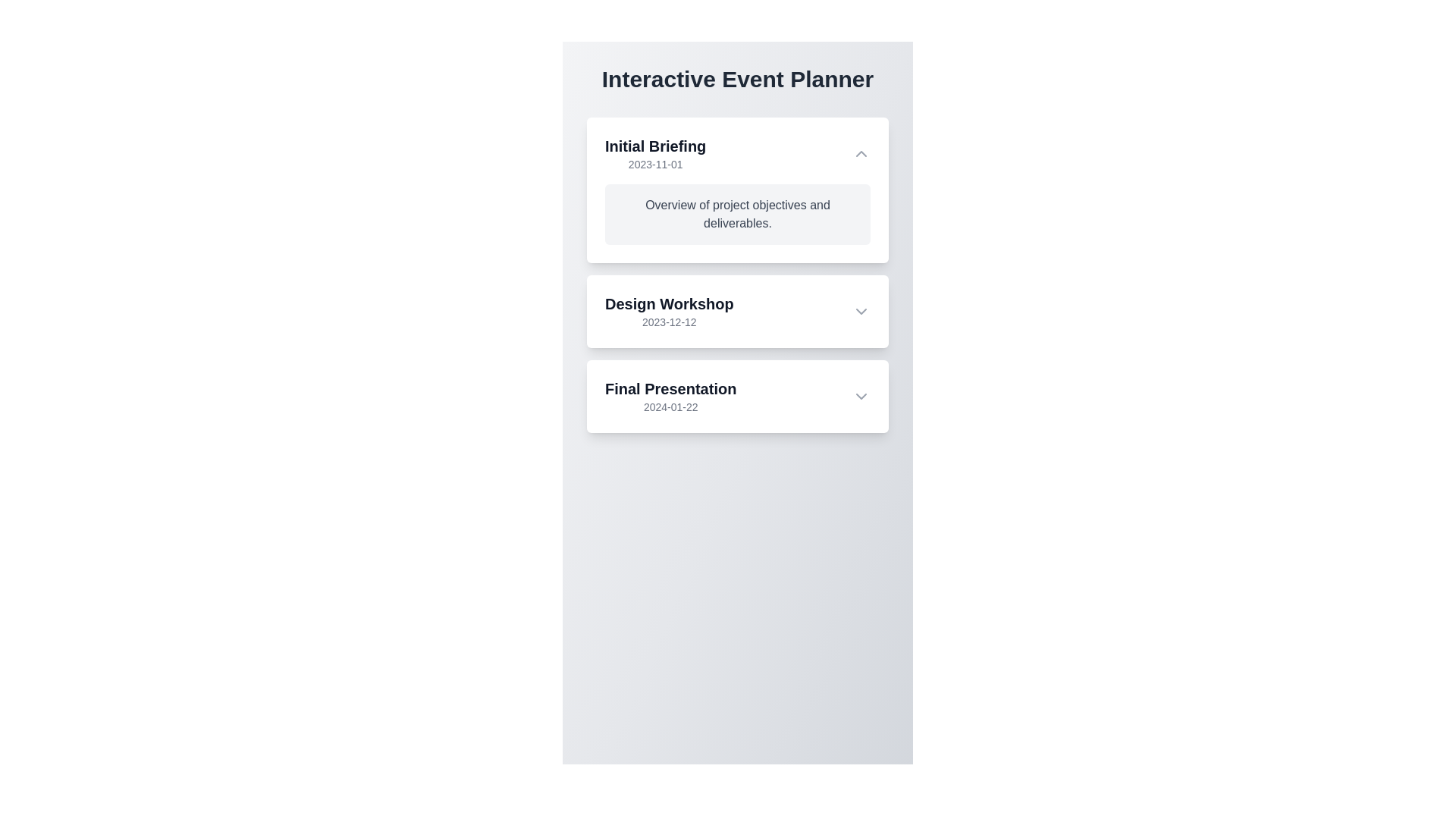 This screenshot has height=819, width=1456. Describe the element at coordinates (655, 154) in the screenshot. I see `the topmost text display in the top left corner of the card that shows event information` at that location.